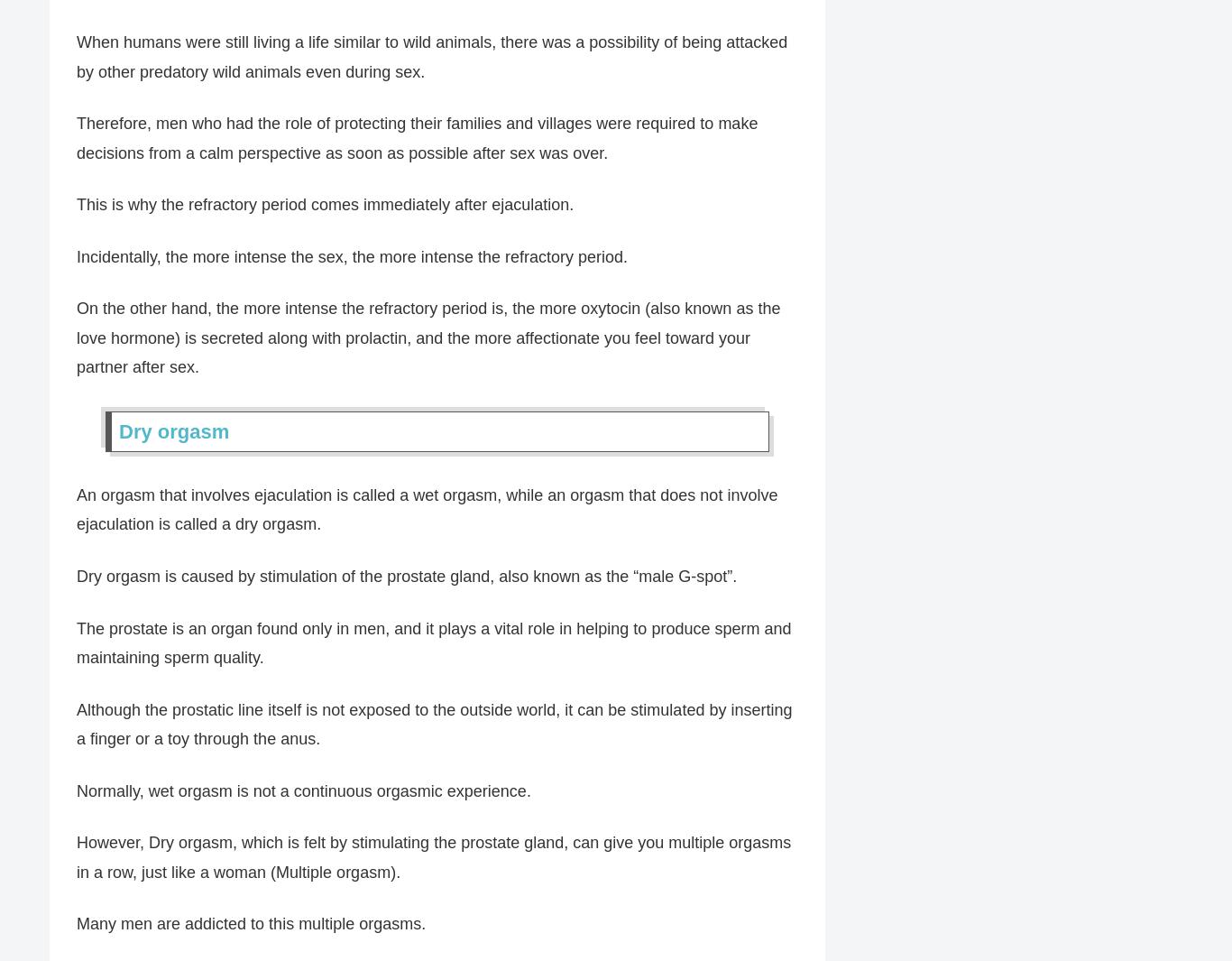 Image resolution: width=1232 pixels, height=961 pixels. What do you see at coordinates (417, 137) in the screenshot?
I see `'Therefore, men who had the role of protecting their families and villages were required to make decisions from a calm perspective as soon as possible after sex was over.'` at bounding box center [417, 137].